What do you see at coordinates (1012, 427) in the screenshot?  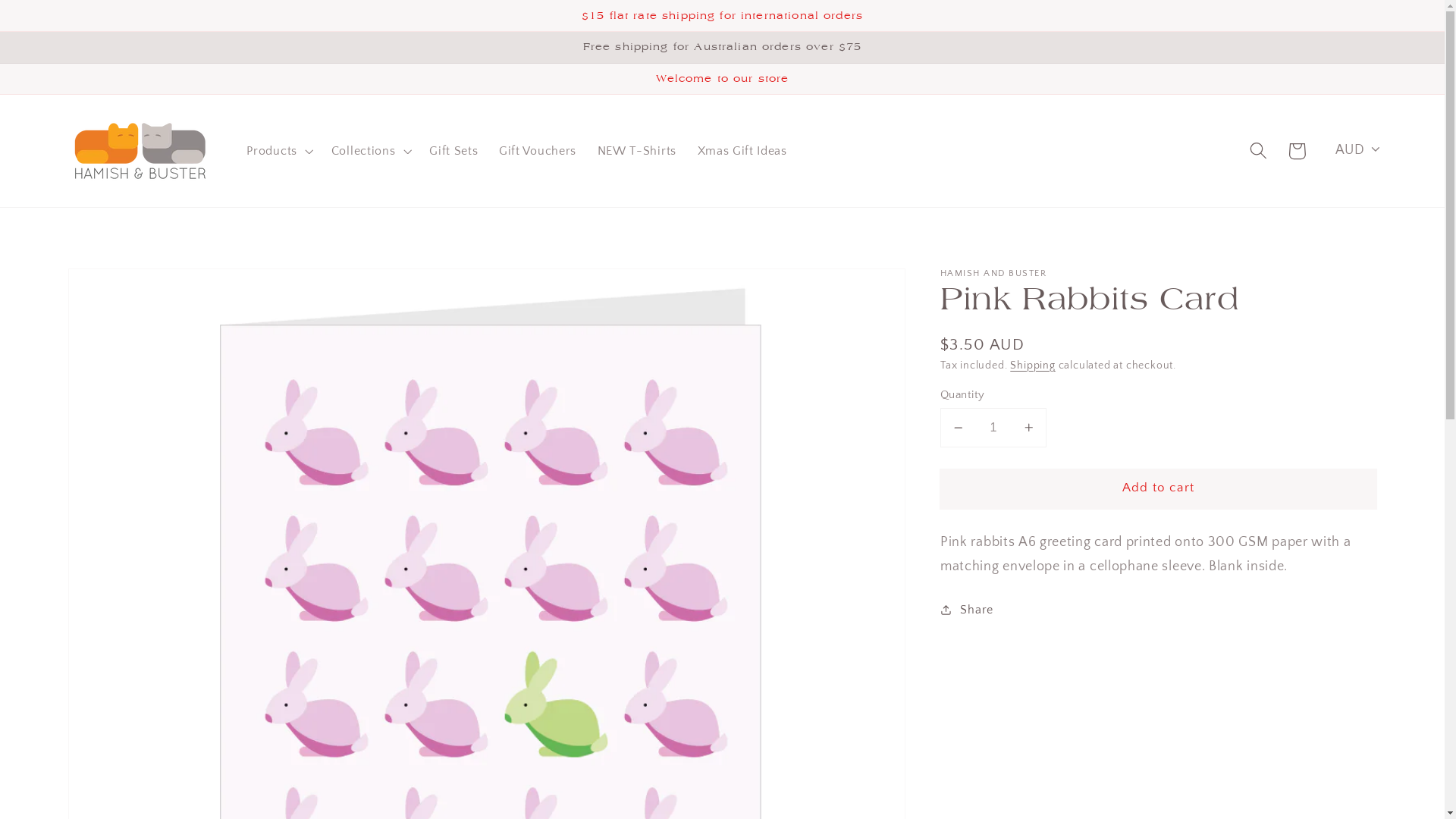 I see `'Increase quantity for Pink Rabbits Card'` at bounding box center [1012, 427].